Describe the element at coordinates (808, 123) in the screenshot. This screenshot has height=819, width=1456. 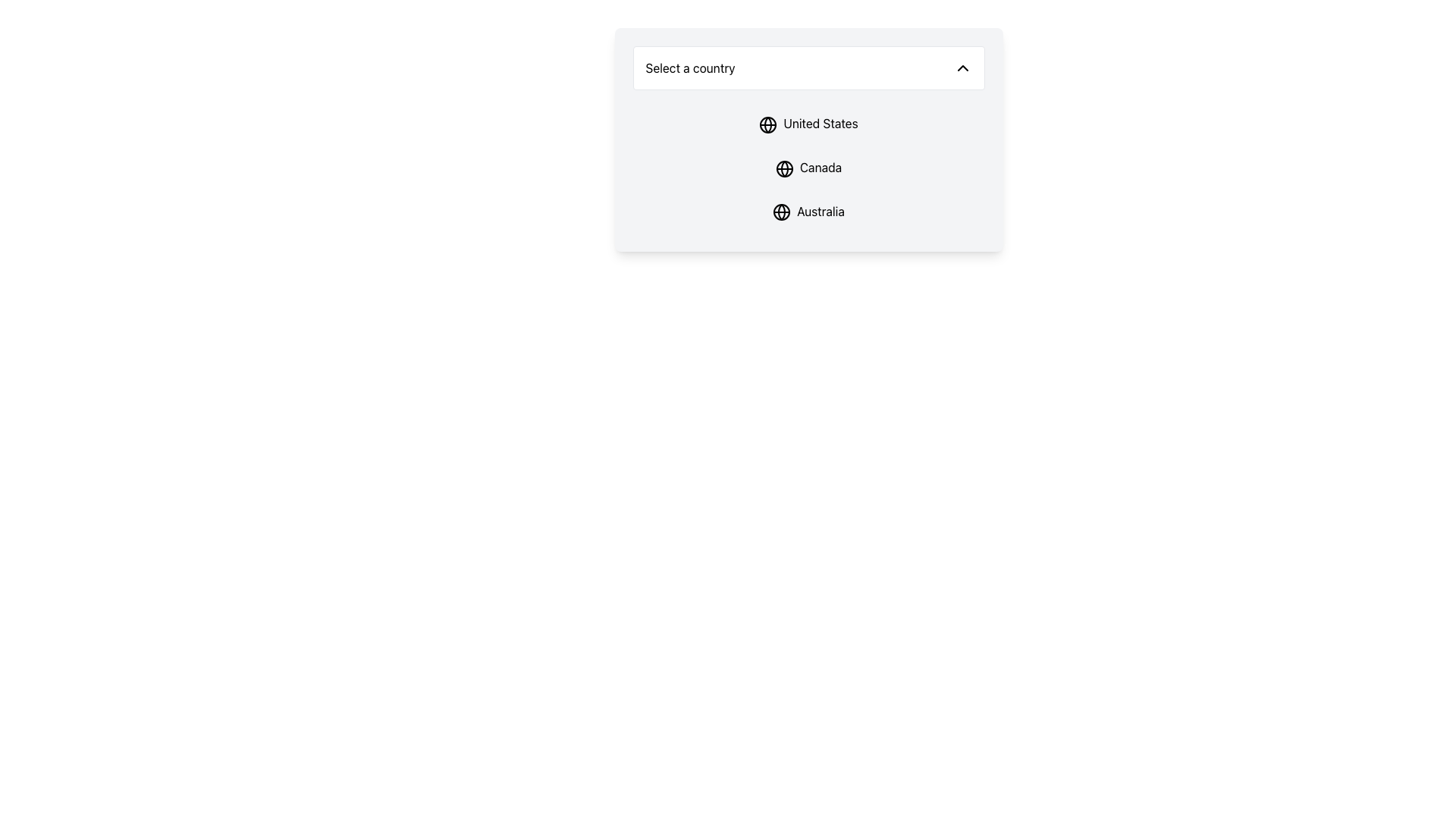
I see `the first item in the 'Select a country' dropdown menu to observe the background color change when selecting 'United States'` at that location.